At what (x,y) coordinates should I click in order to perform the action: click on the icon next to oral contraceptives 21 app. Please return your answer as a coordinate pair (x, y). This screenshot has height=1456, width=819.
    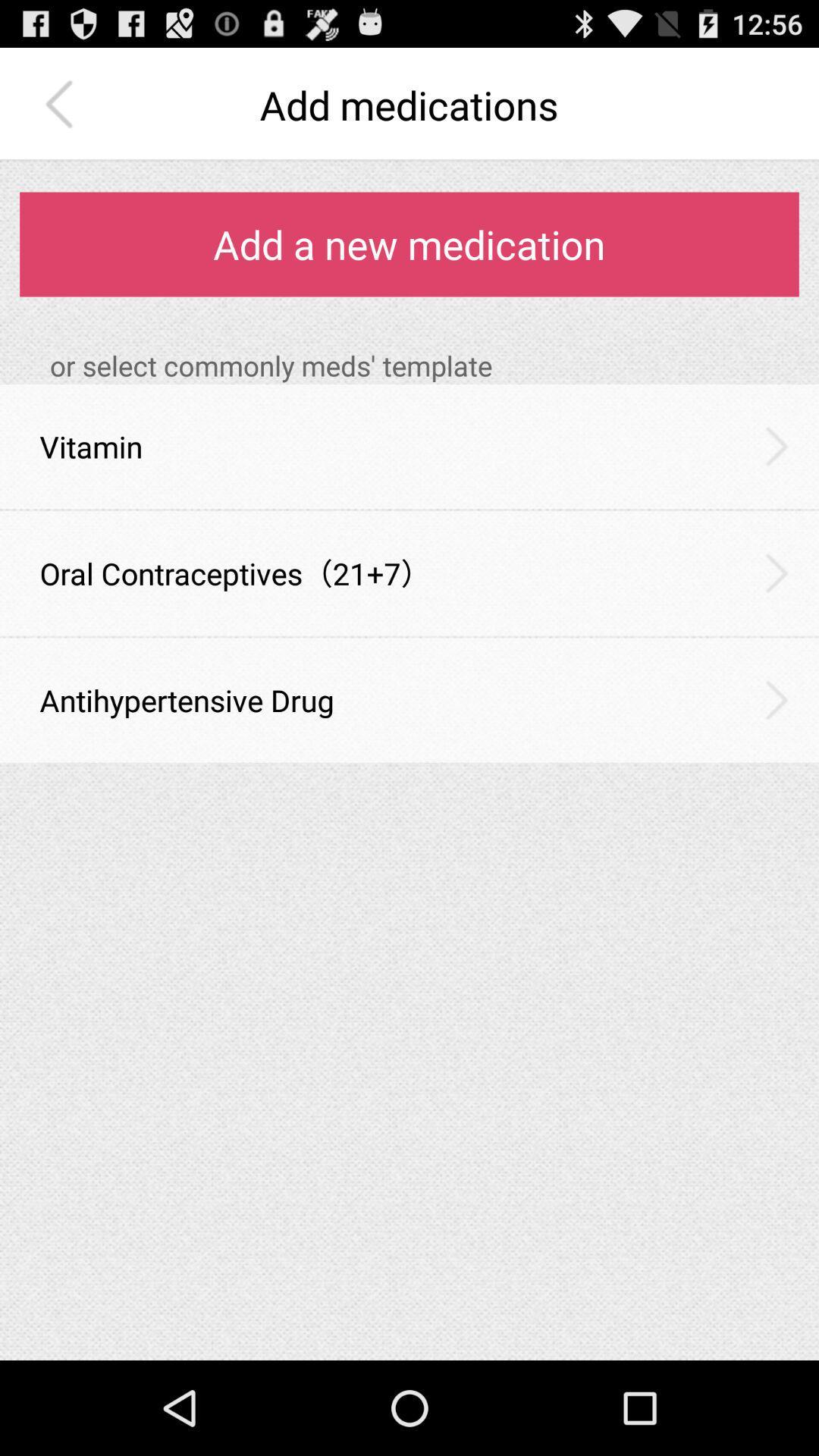
    Looking at the image, I should click on (777, 572).